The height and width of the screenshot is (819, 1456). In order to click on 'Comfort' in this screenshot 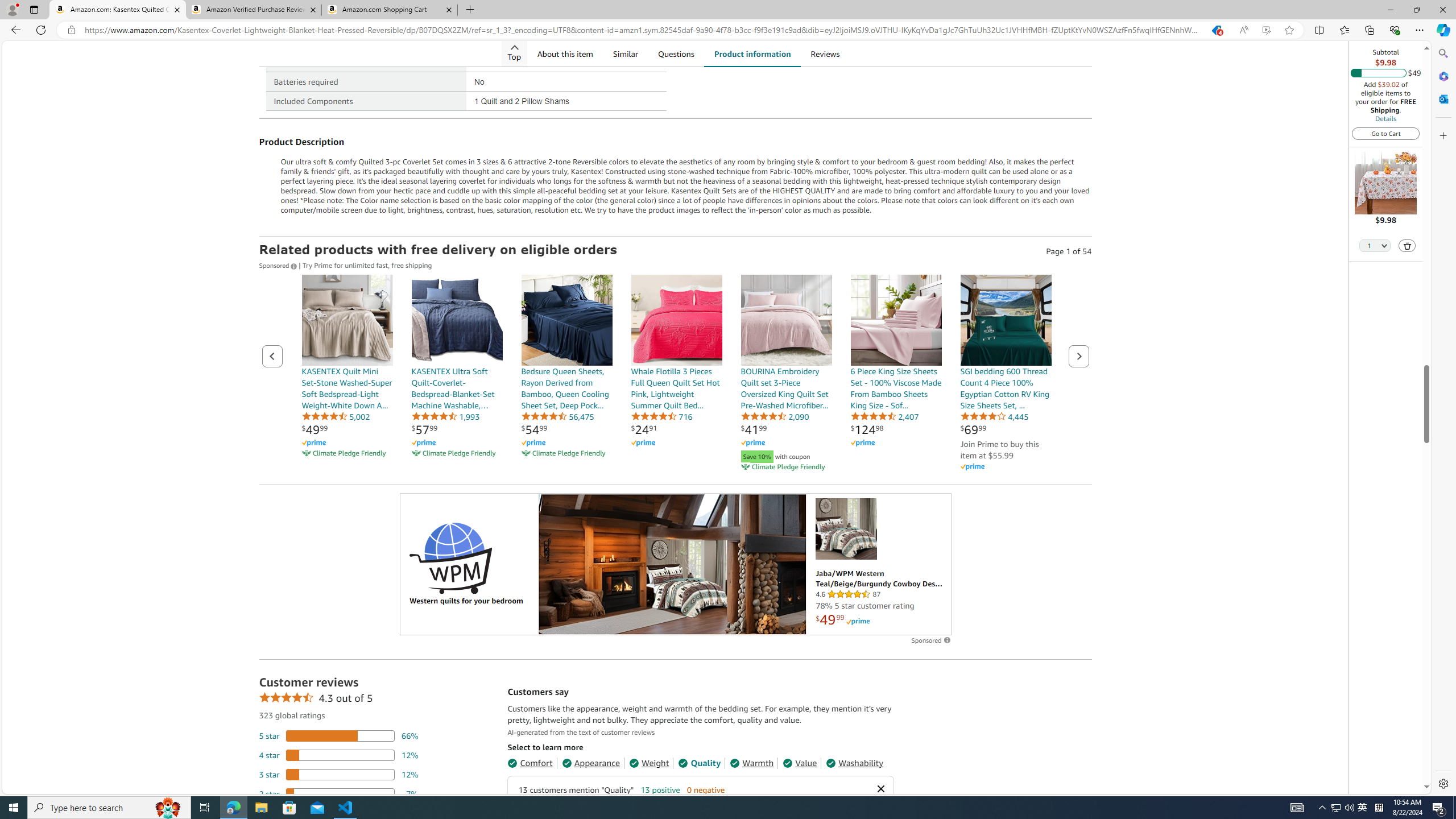, I will do `click(529, 762)`.